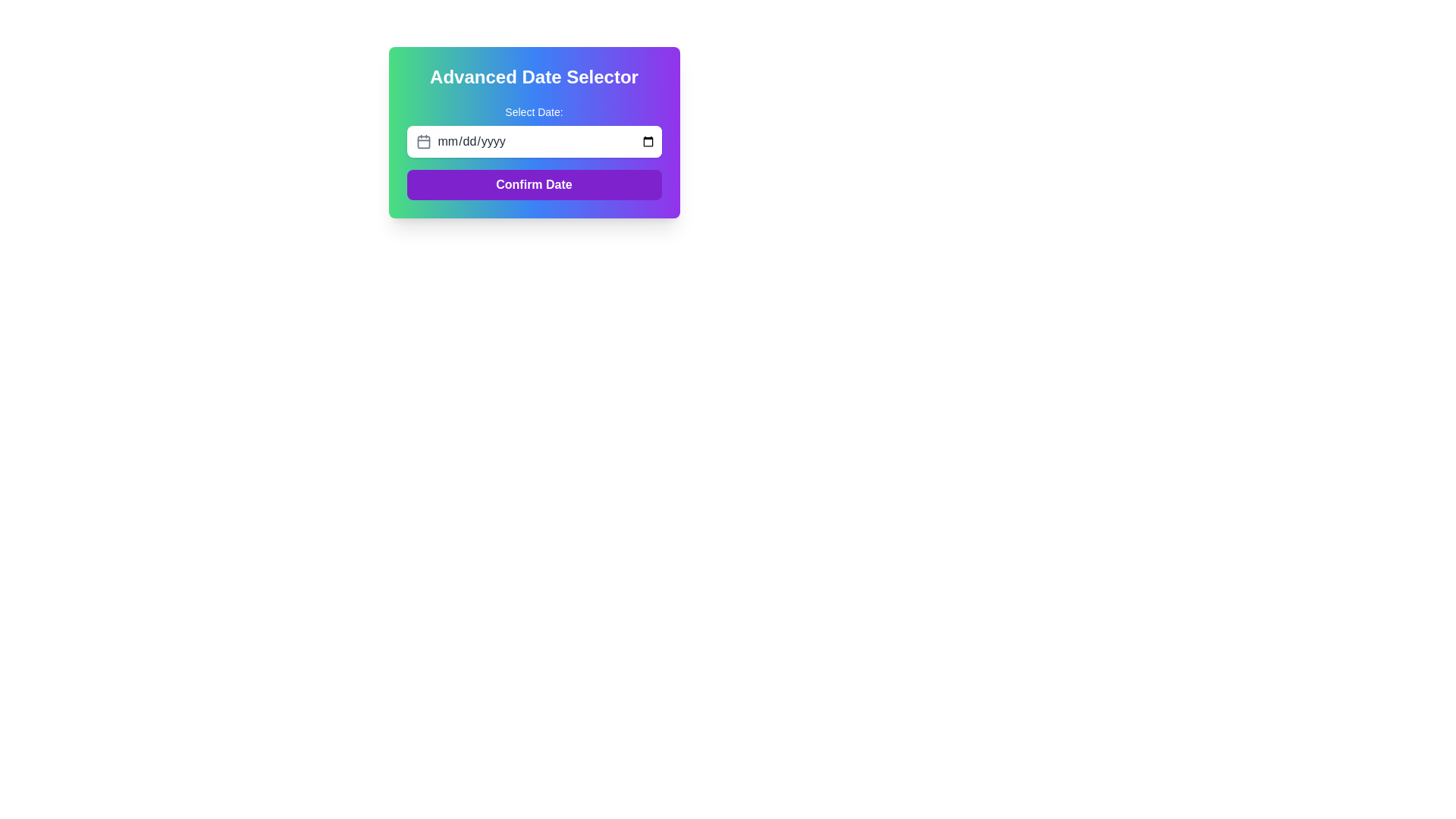 This screenshot has height=819, width=1456. What do you see at coordinates (534, 111) in the screenshot?
I see `the label that describes the date input field, which is located at the top of a rectangular card component above the input field and calendar icon` at bounding box center [534, 111].